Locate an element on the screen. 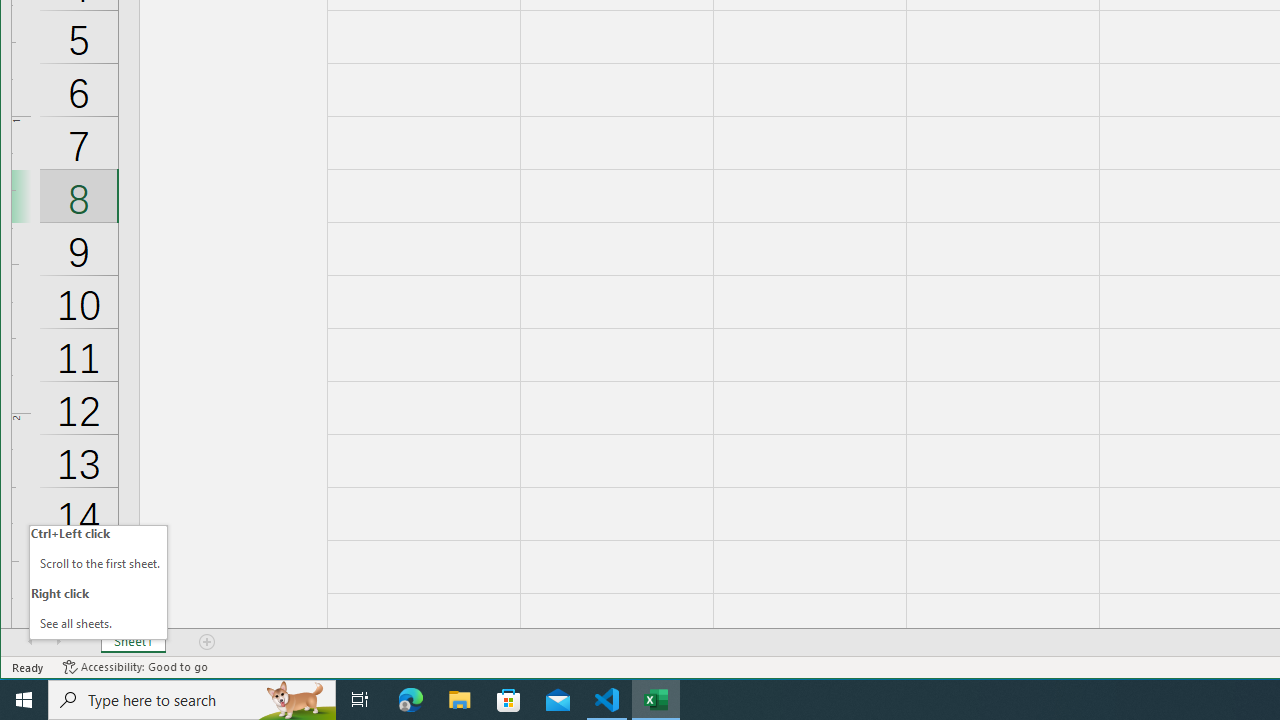 This screenshot has width=1280, height=720. 'Excel - 1 running window' is located at coordinates (656, 698).